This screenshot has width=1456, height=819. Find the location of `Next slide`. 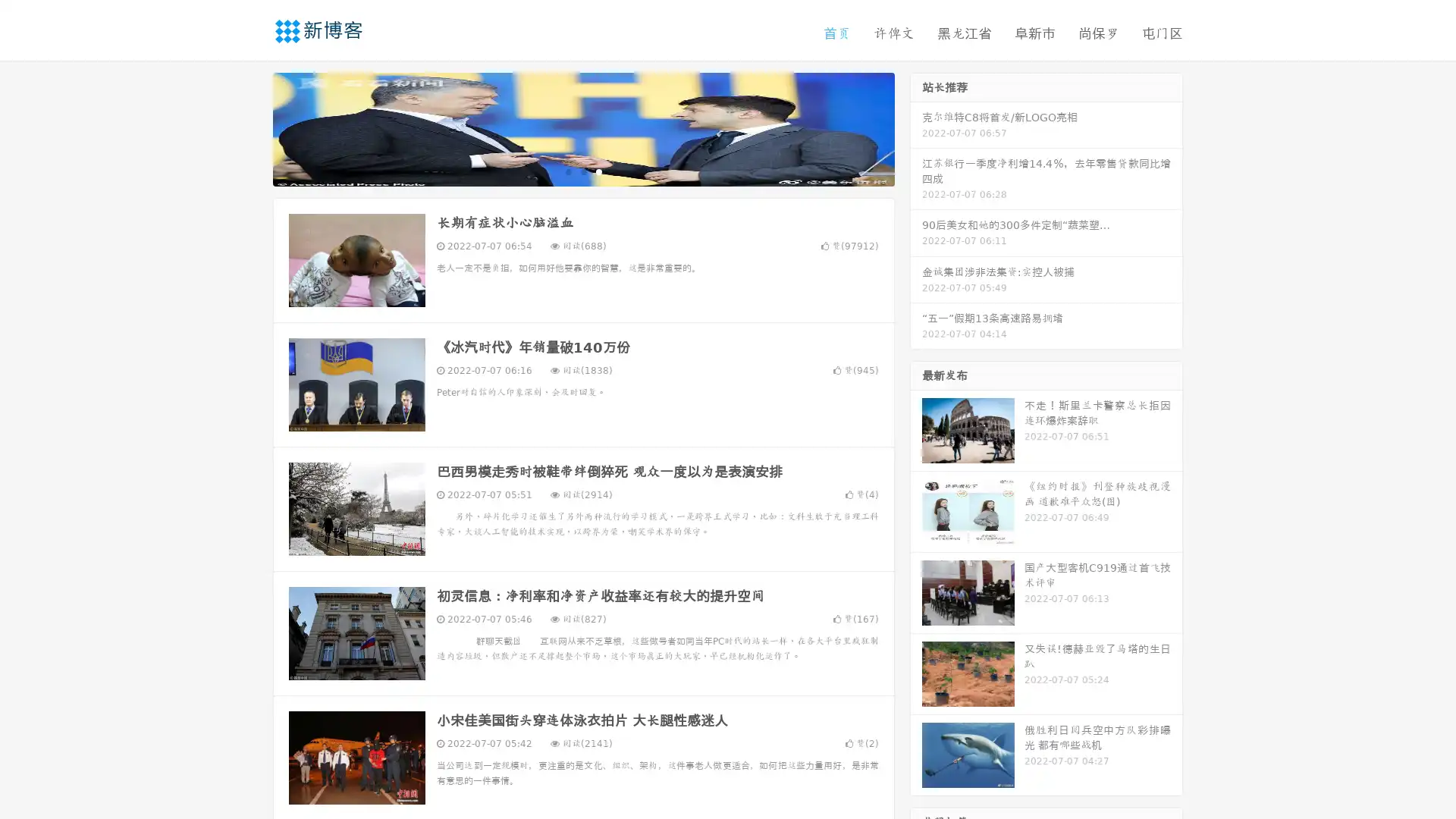

Next slide is located at coordinates (916, 127).